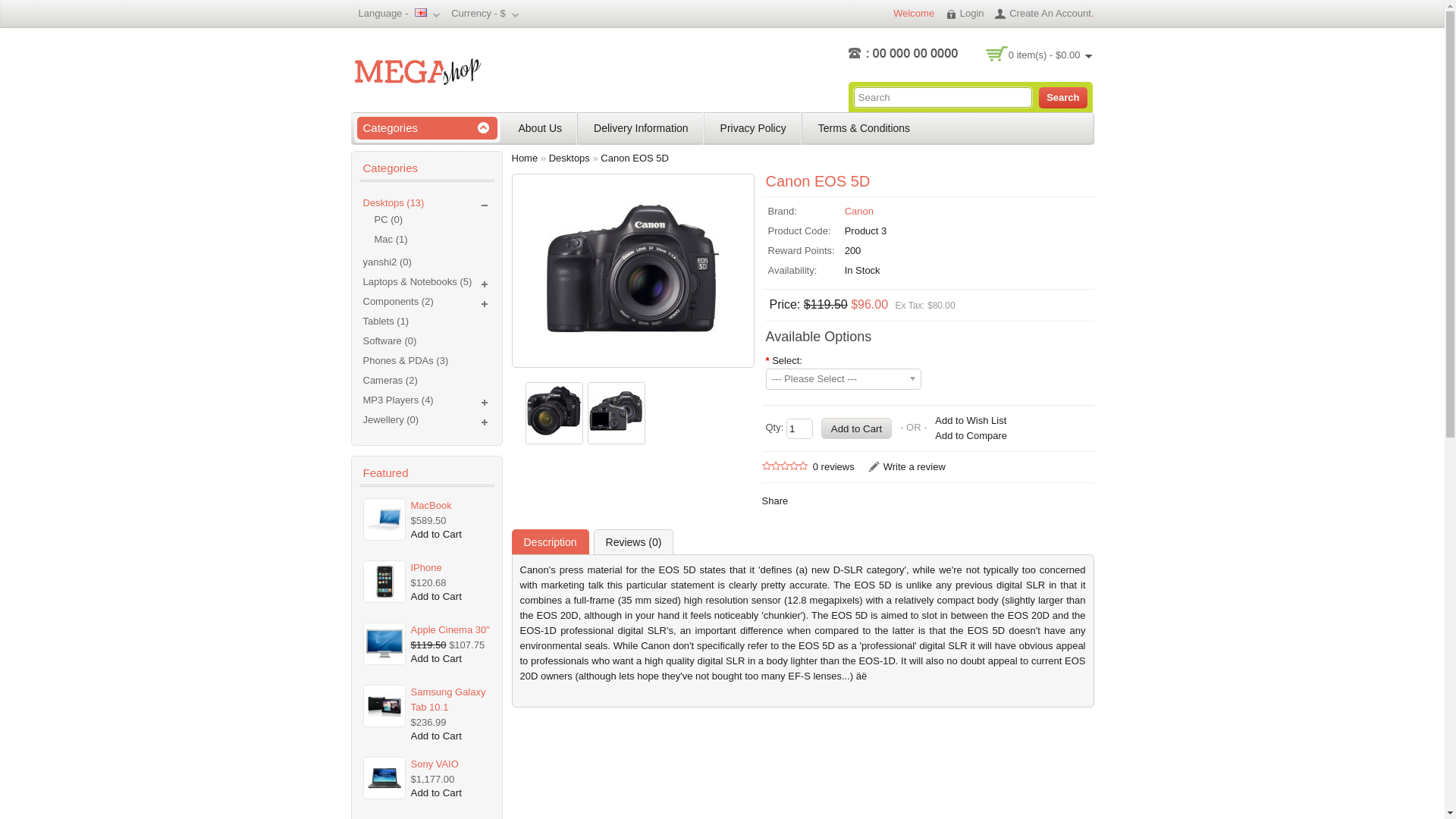 This screenshot has height=819, width=1456. Describe the element at coordinates (524, 158) in the screenshot. I see `'Home'` at that location.